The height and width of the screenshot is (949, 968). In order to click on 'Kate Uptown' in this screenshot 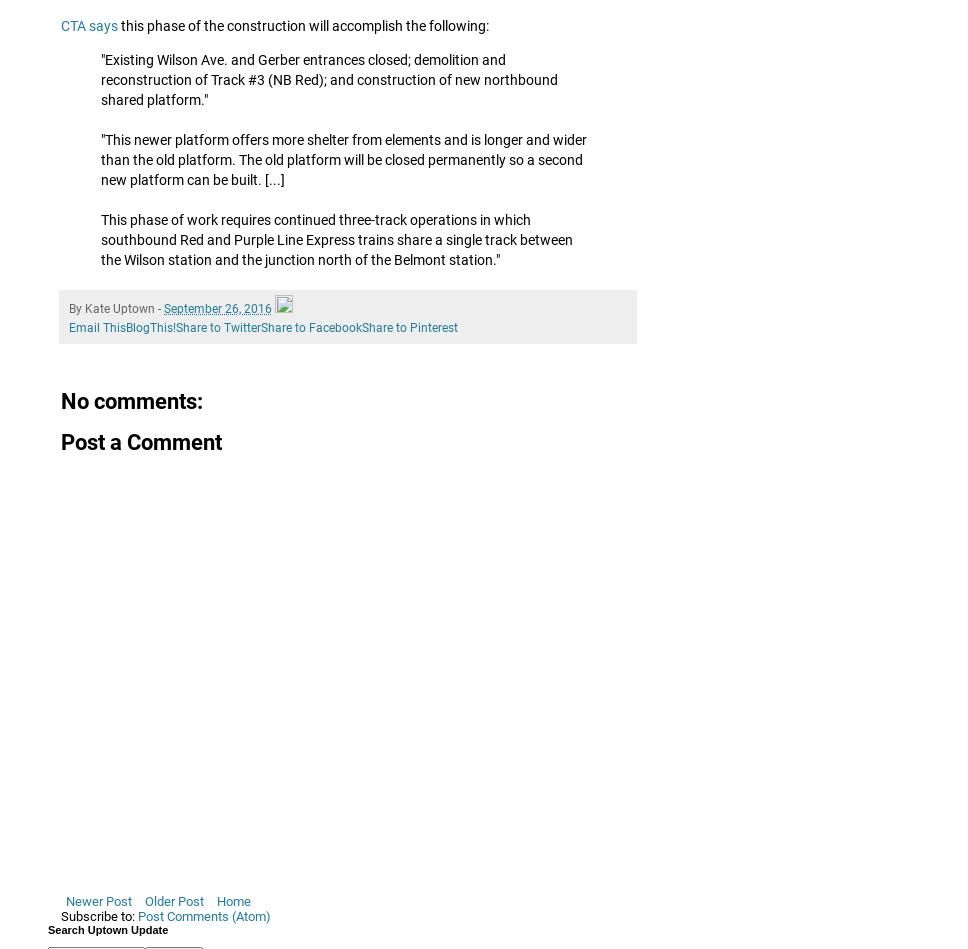, I will do `click(84, 307)`.